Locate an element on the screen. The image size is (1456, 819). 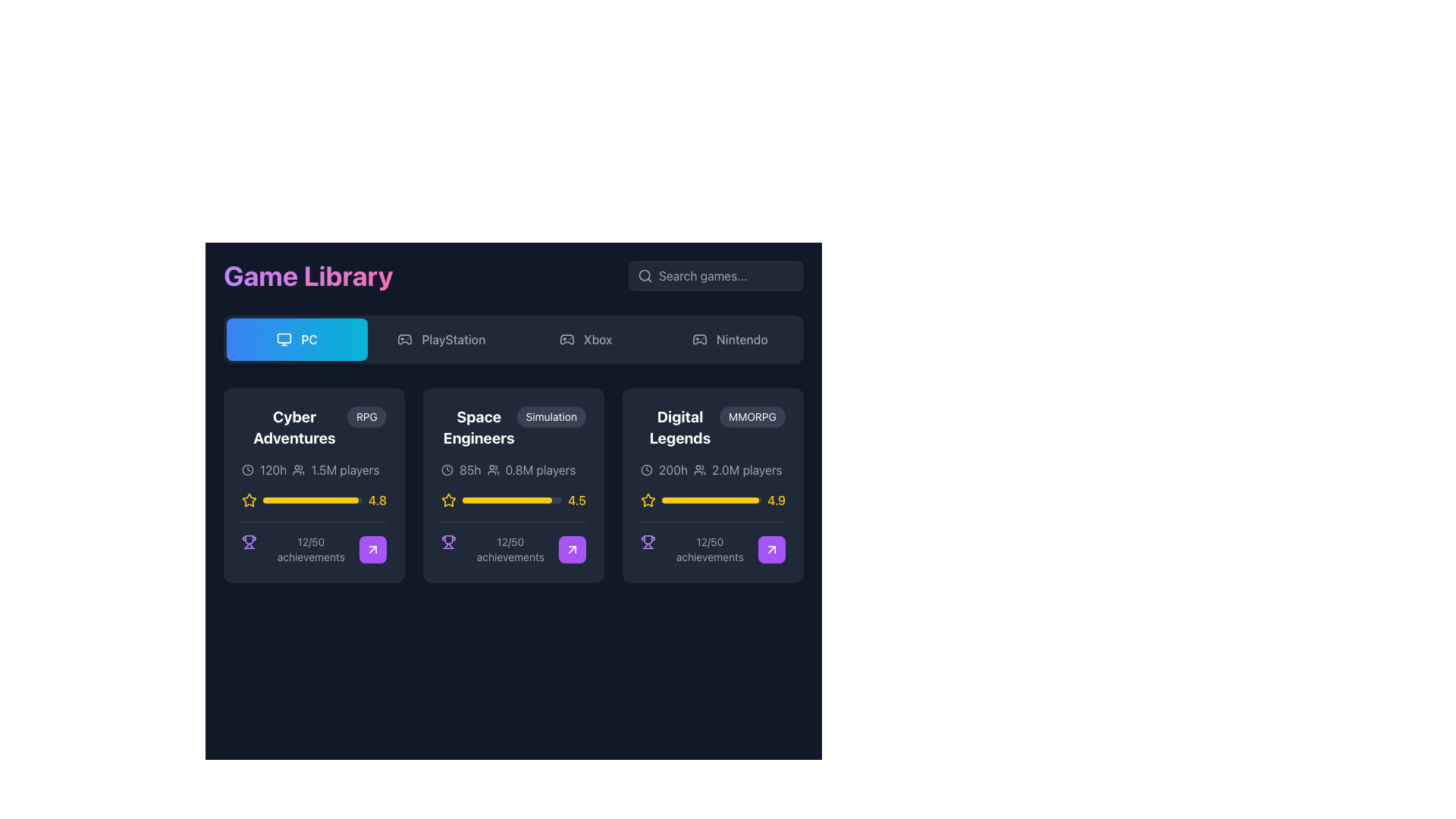
the small purple square icon with an upward-right-pointing arrow located at the bottom-right corner of the 'Cyber Adventures' card in the 'Game Library' section is located at coordinates (372, 550).